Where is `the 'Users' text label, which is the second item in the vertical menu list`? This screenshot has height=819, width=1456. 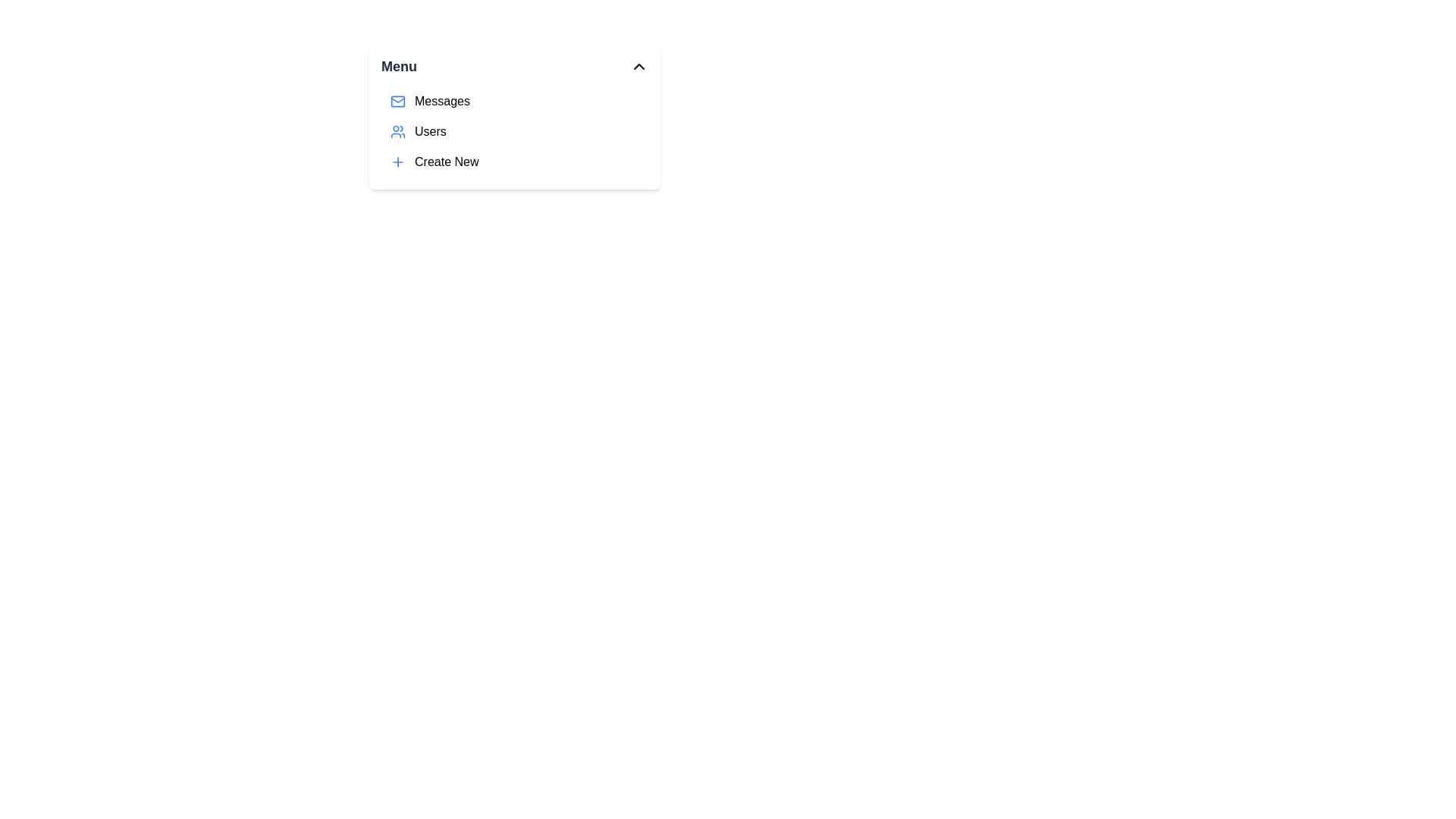 the 'Users' text label, which is the second item in the vertical menu list is located at coordinates (429, 130).